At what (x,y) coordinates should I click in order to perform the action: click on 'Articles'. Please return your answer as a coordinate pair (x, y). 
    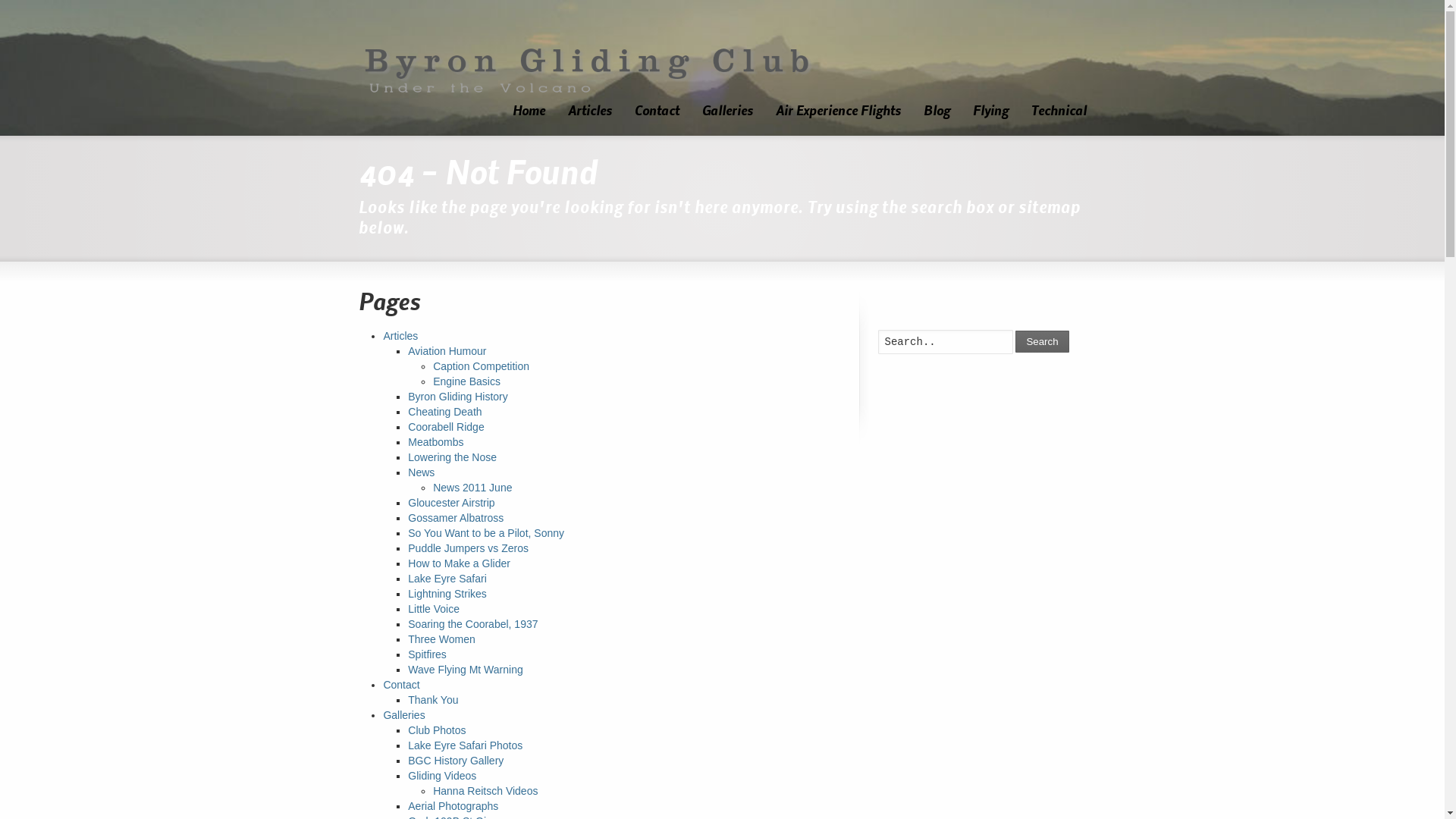
    Looking at the image, I should click on (588, 112).